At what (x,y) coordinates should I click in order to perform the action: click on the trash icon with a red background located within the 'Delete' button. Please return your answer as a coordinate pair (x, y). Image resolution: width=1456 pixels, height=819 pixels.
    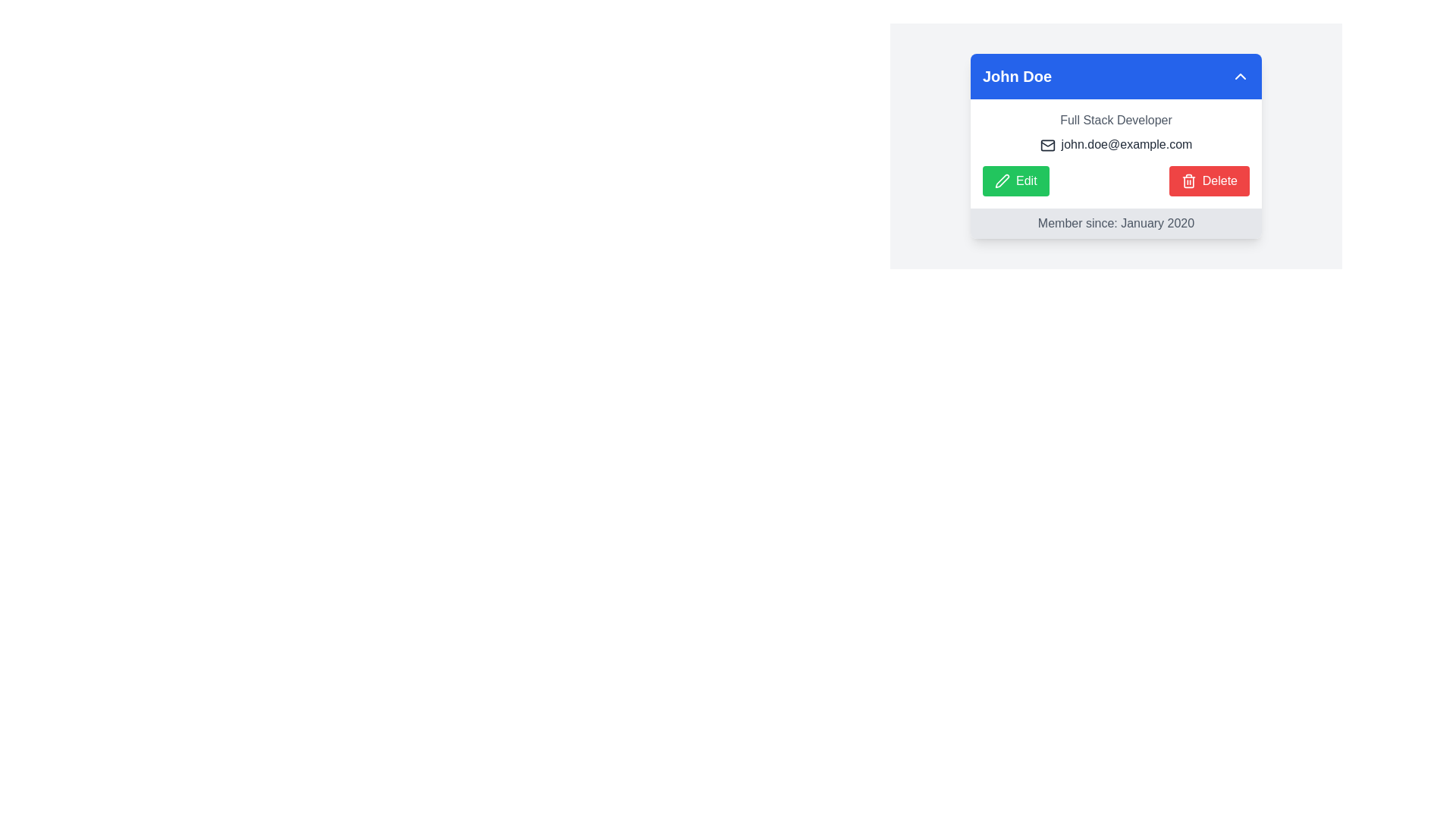
    Looking at the image, I should click on (1188, 180).